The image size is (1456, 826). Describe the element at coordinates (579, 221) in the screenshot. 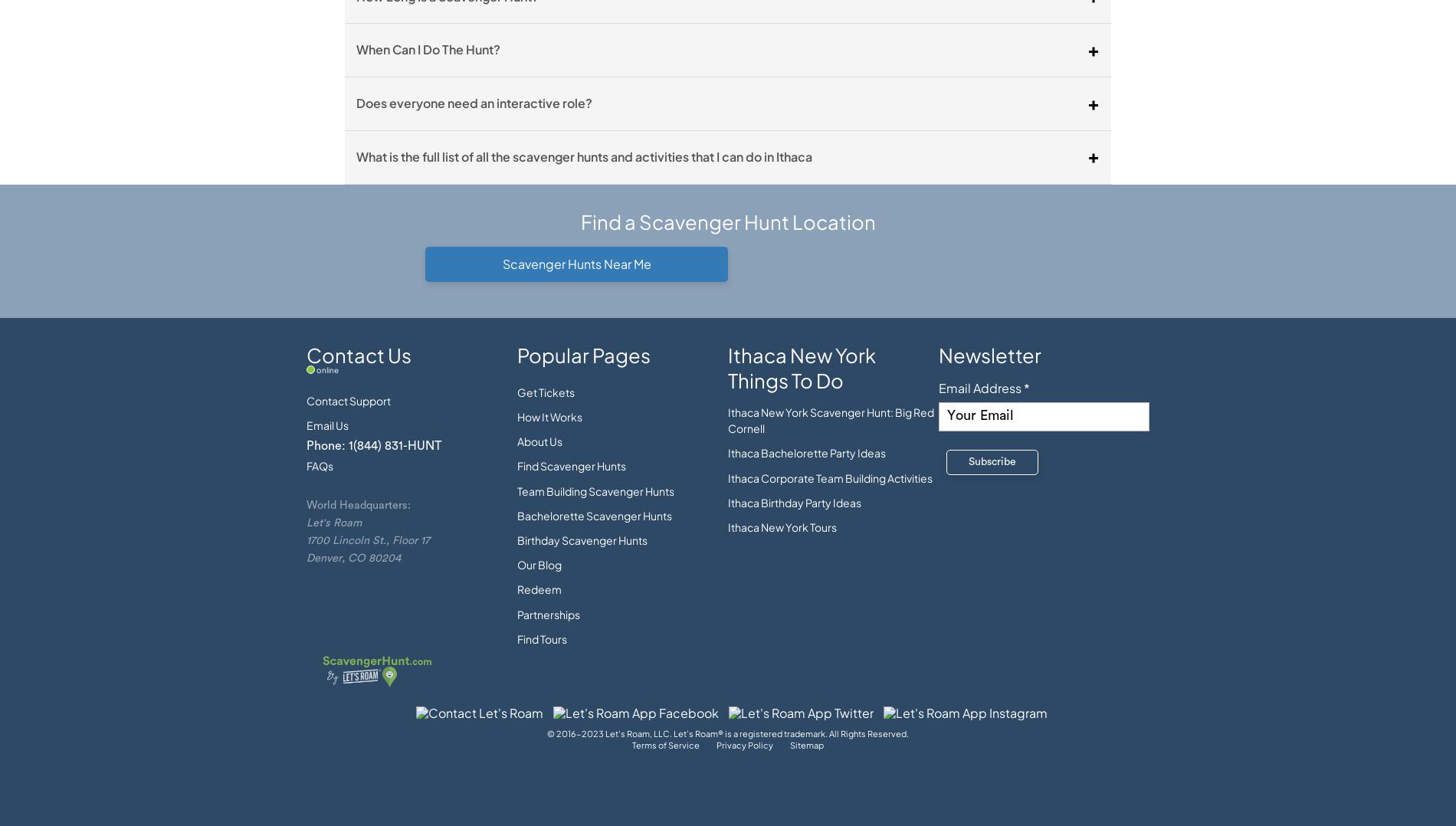

I see `'Find a Scavenger Hunt Location'` at that location.